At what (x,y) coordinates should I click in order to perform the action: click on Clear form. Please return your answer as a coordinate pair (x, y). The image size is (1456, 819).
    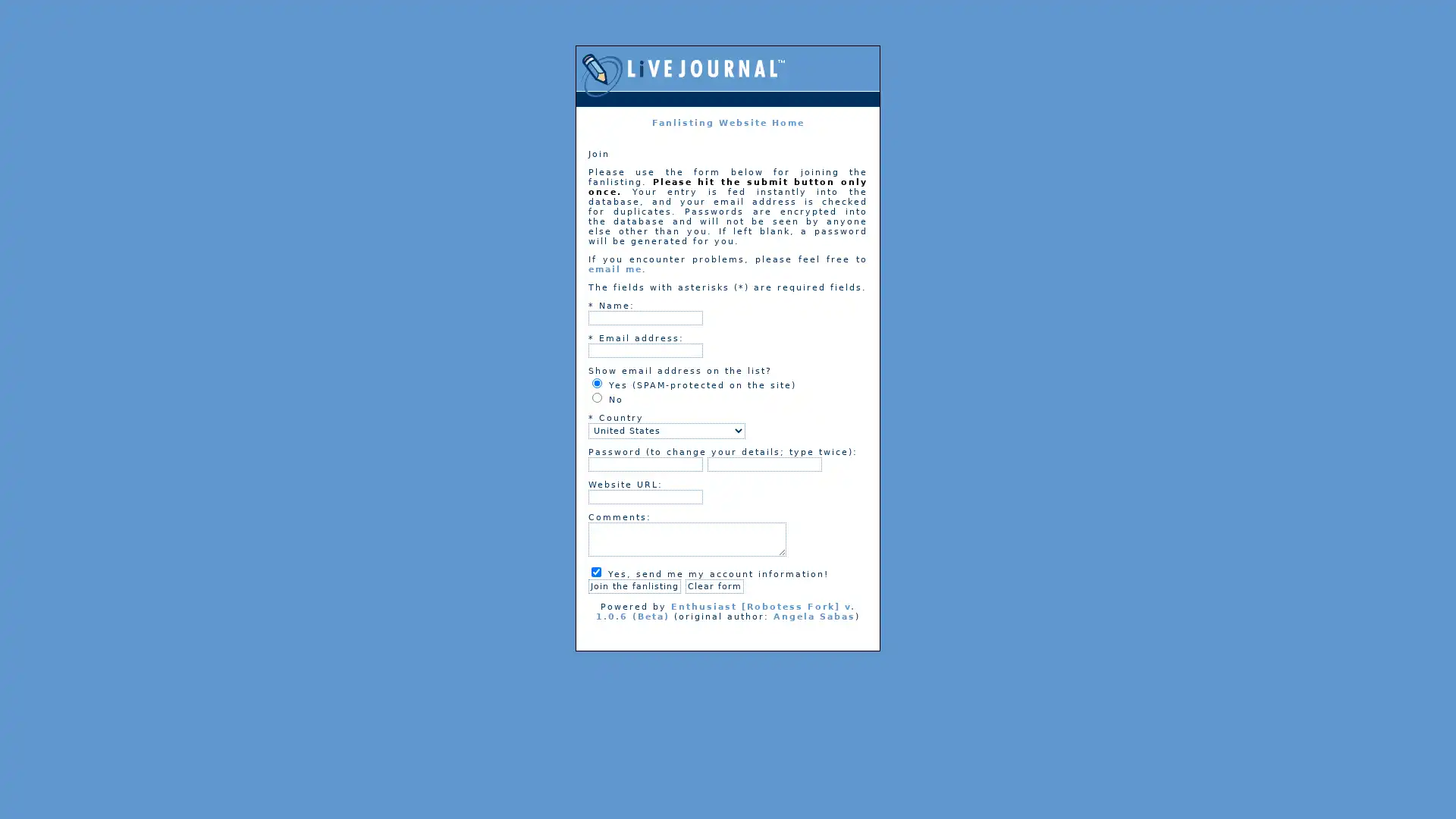
    Looking at the image, I should click on (714, 585).